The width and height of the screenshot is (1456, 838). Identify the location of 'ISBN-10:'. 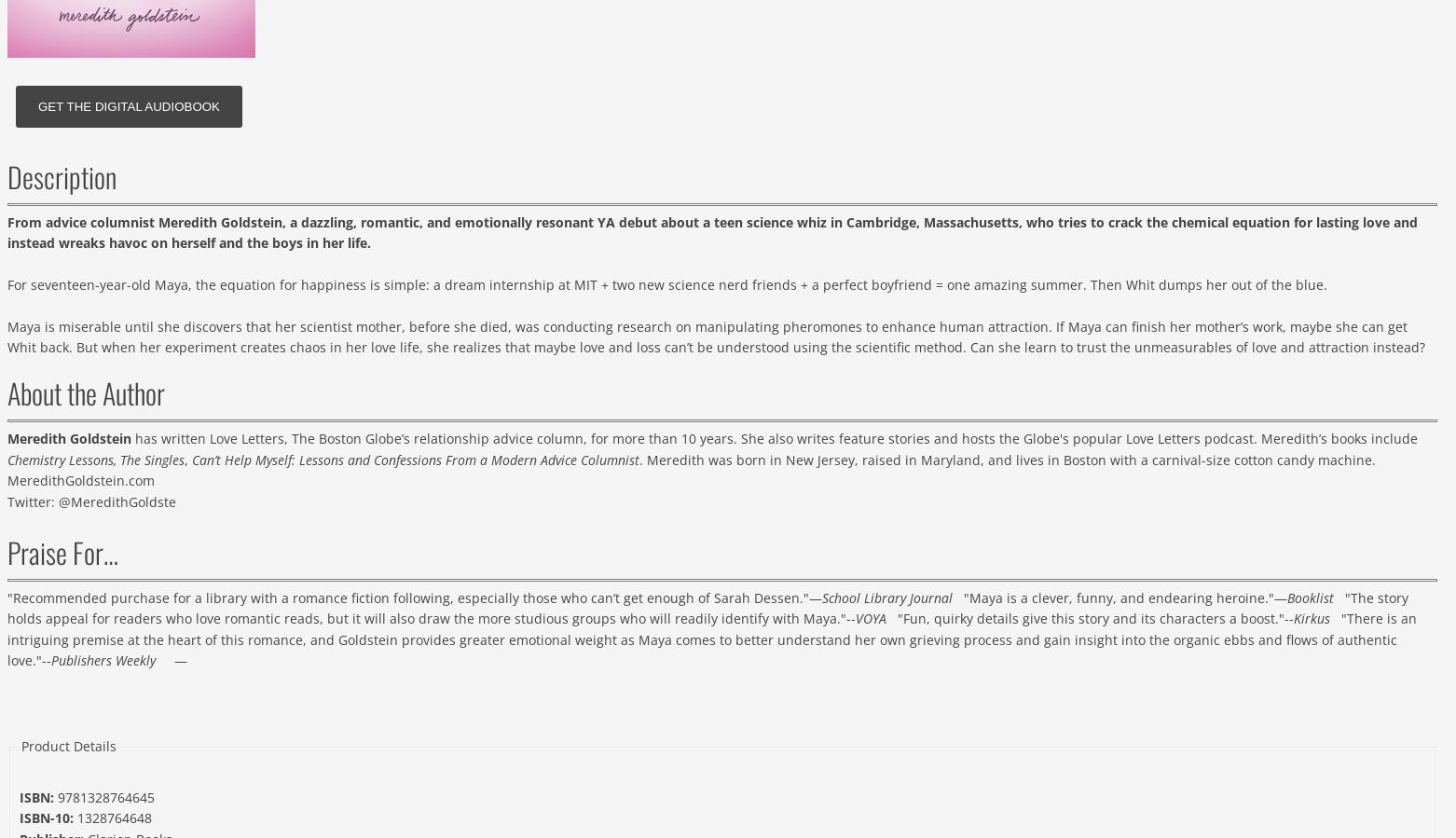
(46, 817).